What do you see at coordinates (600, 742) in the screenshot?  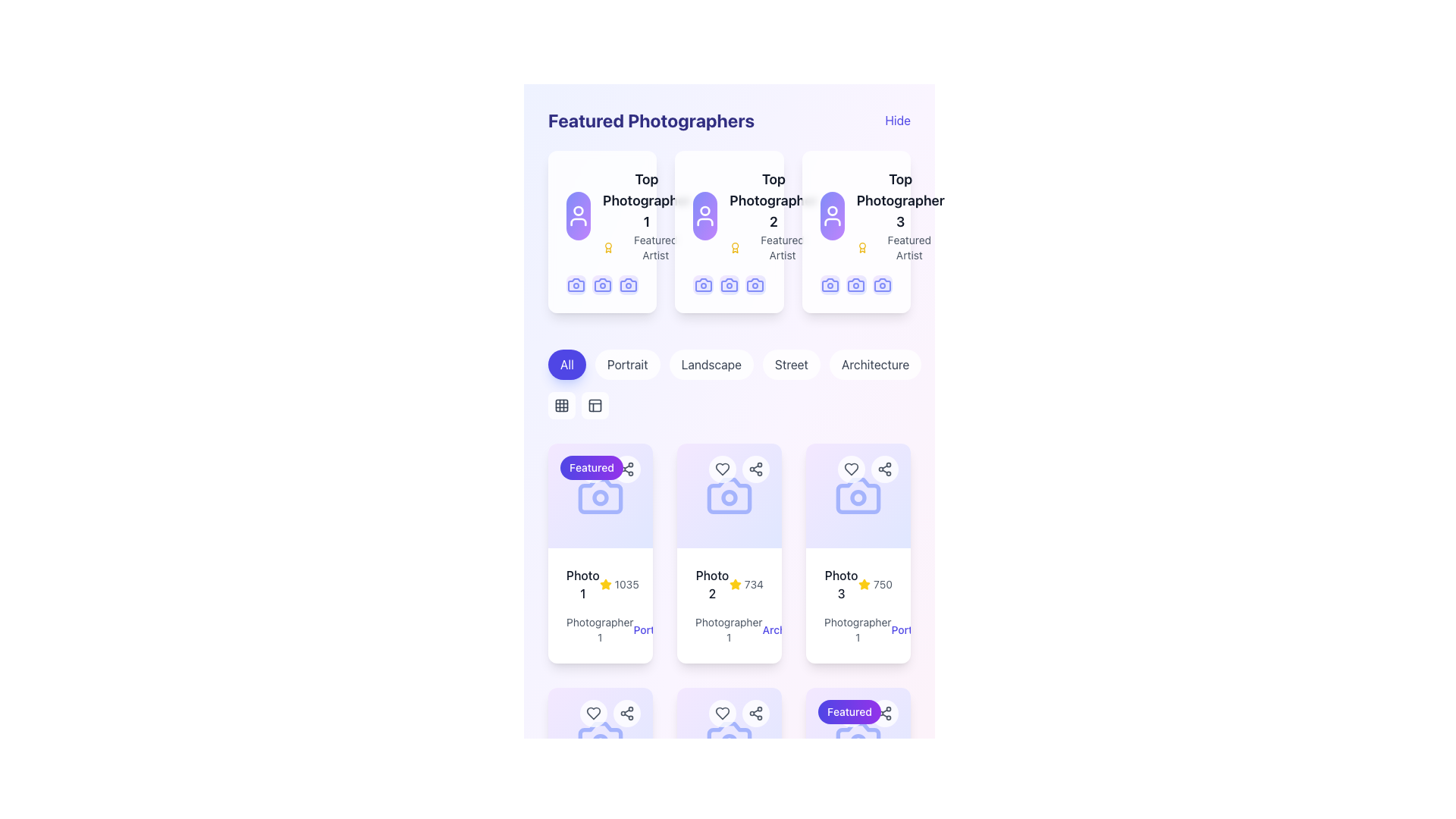 I see `the decorative lens icon of the camera, which is a small circle located within the camera icon in the middle section of the interface` at bounding box center [600, 742].